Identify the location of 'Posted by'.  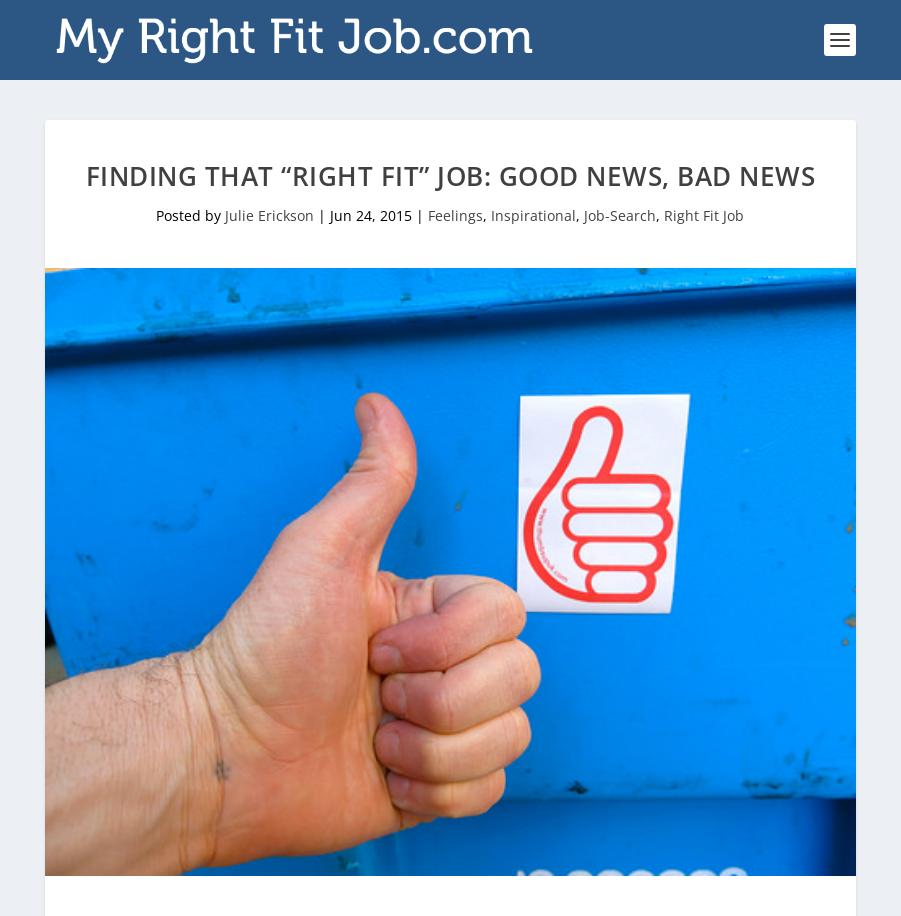
(189, 213).